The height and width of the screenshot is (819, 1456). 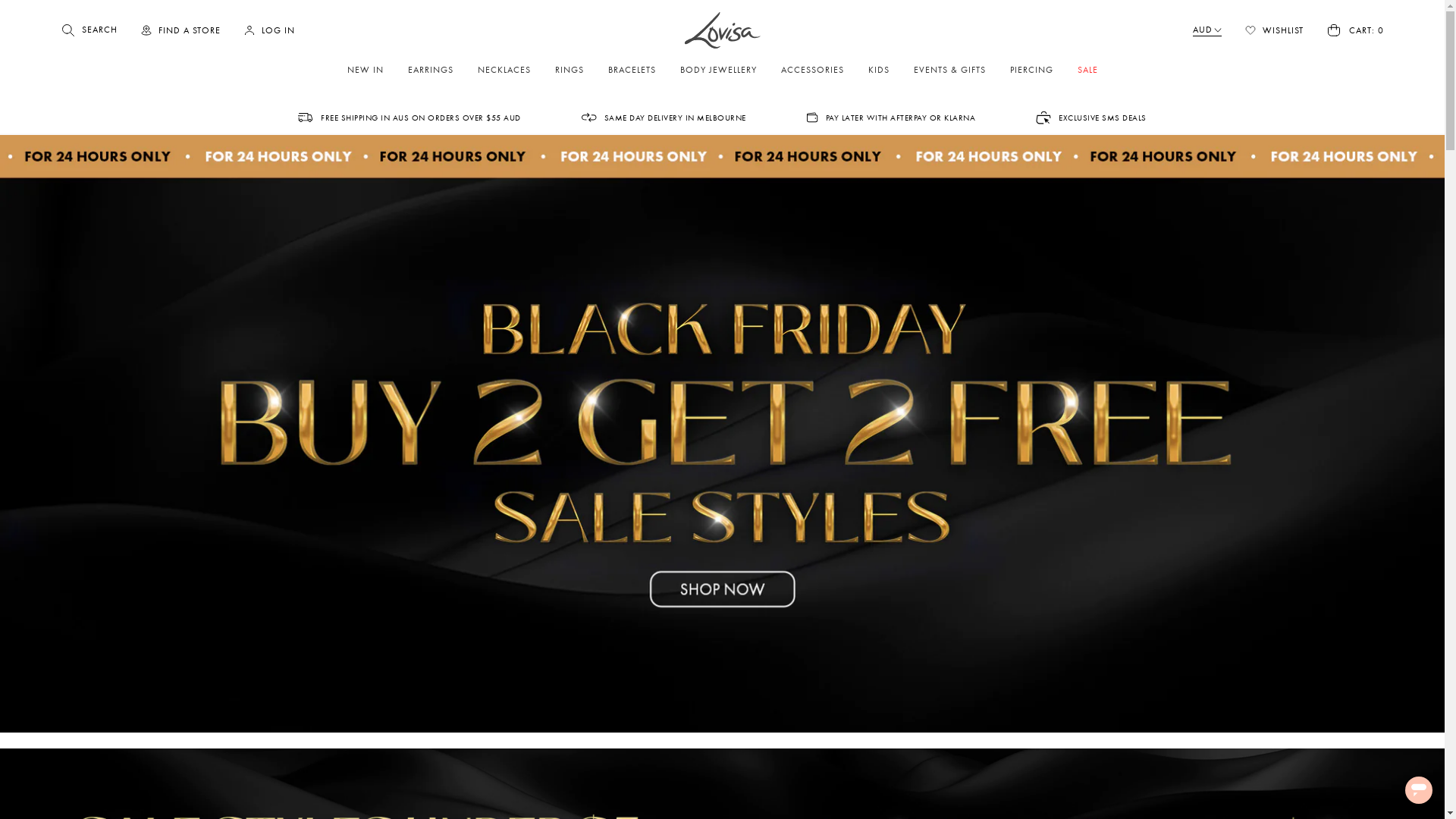 What do you see at coordinates (1090, 116) in the screenshot?
I see `'EXCLUSIVE SMS DEALS'` at bounding box center [1090, 116].